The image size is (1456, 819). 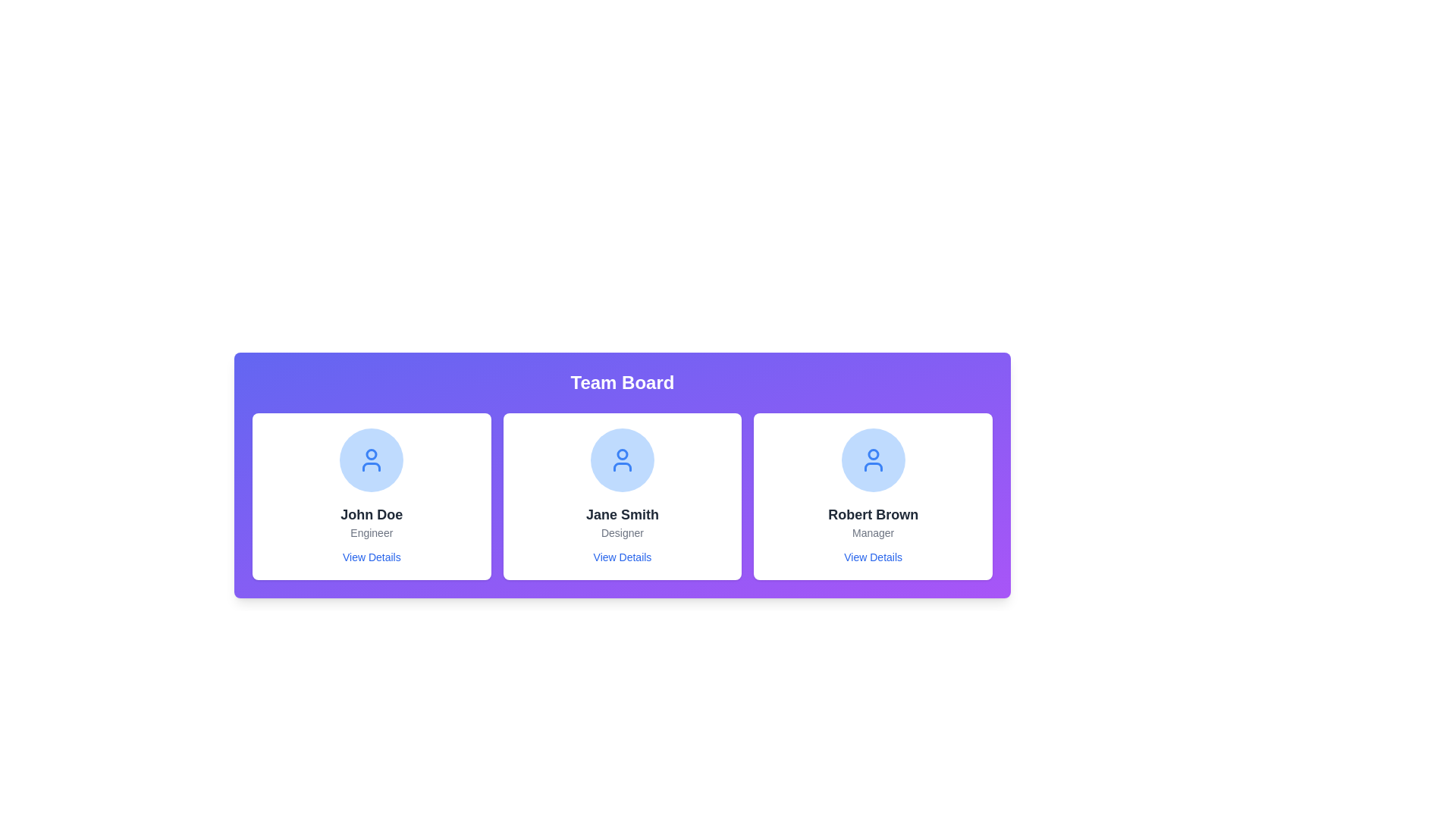 I want to click on the interactive link for 'Jane Smith', so click(x=622, y=557).